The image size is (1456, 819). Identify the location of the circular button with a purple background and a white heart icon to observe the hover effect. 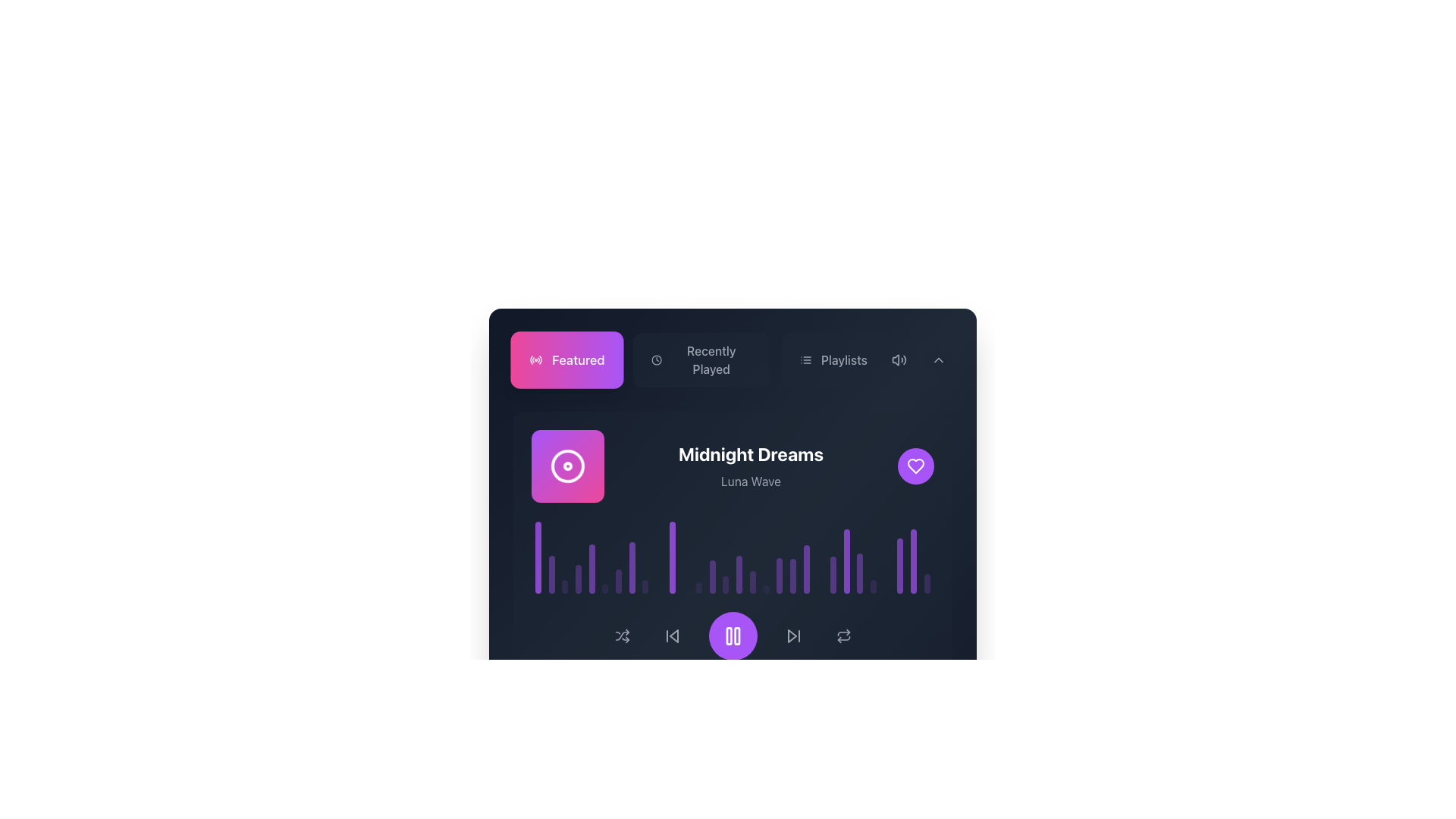
(915, 465).